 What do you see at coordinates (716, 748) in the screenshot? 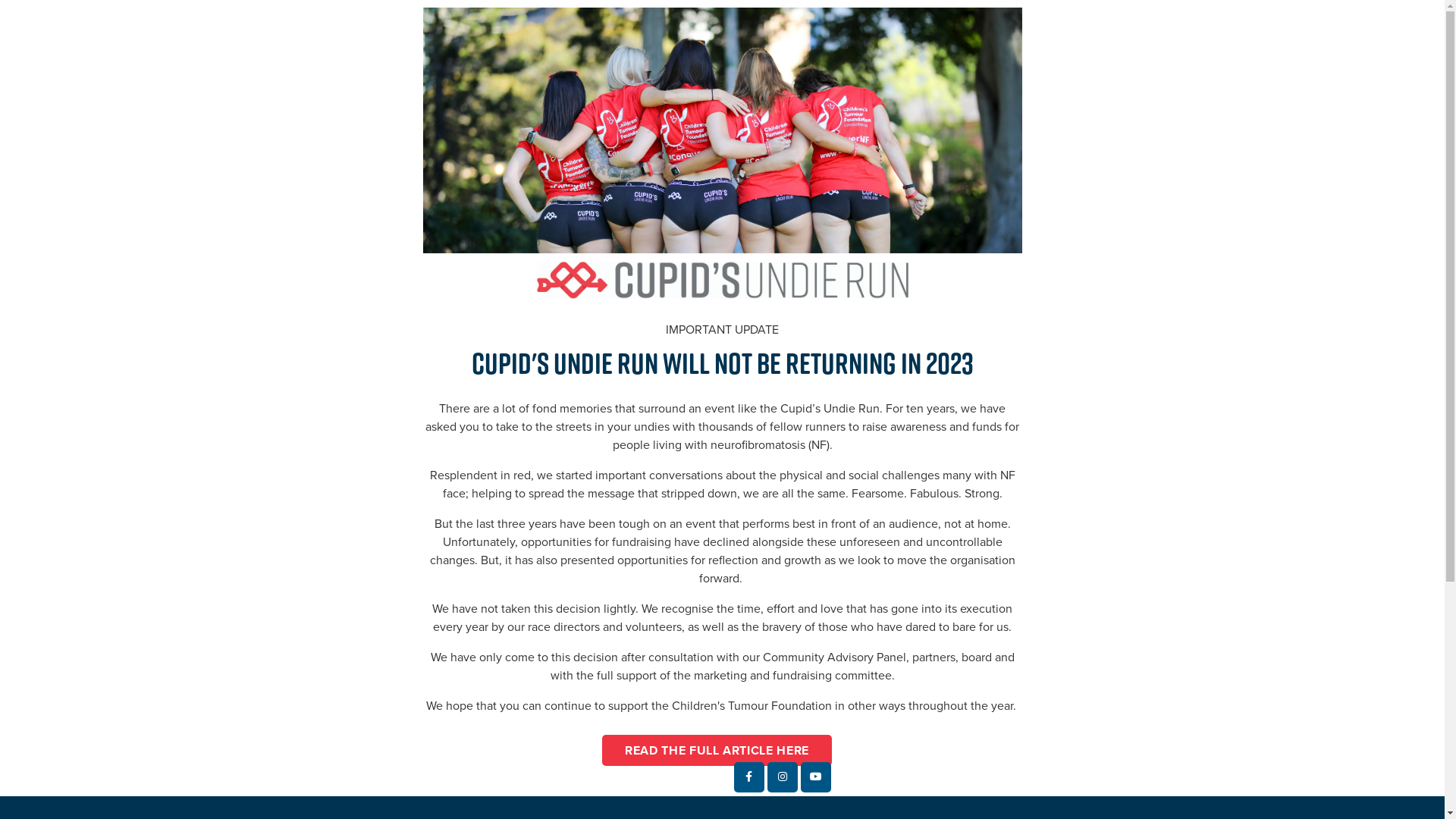
I see `'READ THE FULL ARTICLE HERE'` at bounding box center [716, 748].